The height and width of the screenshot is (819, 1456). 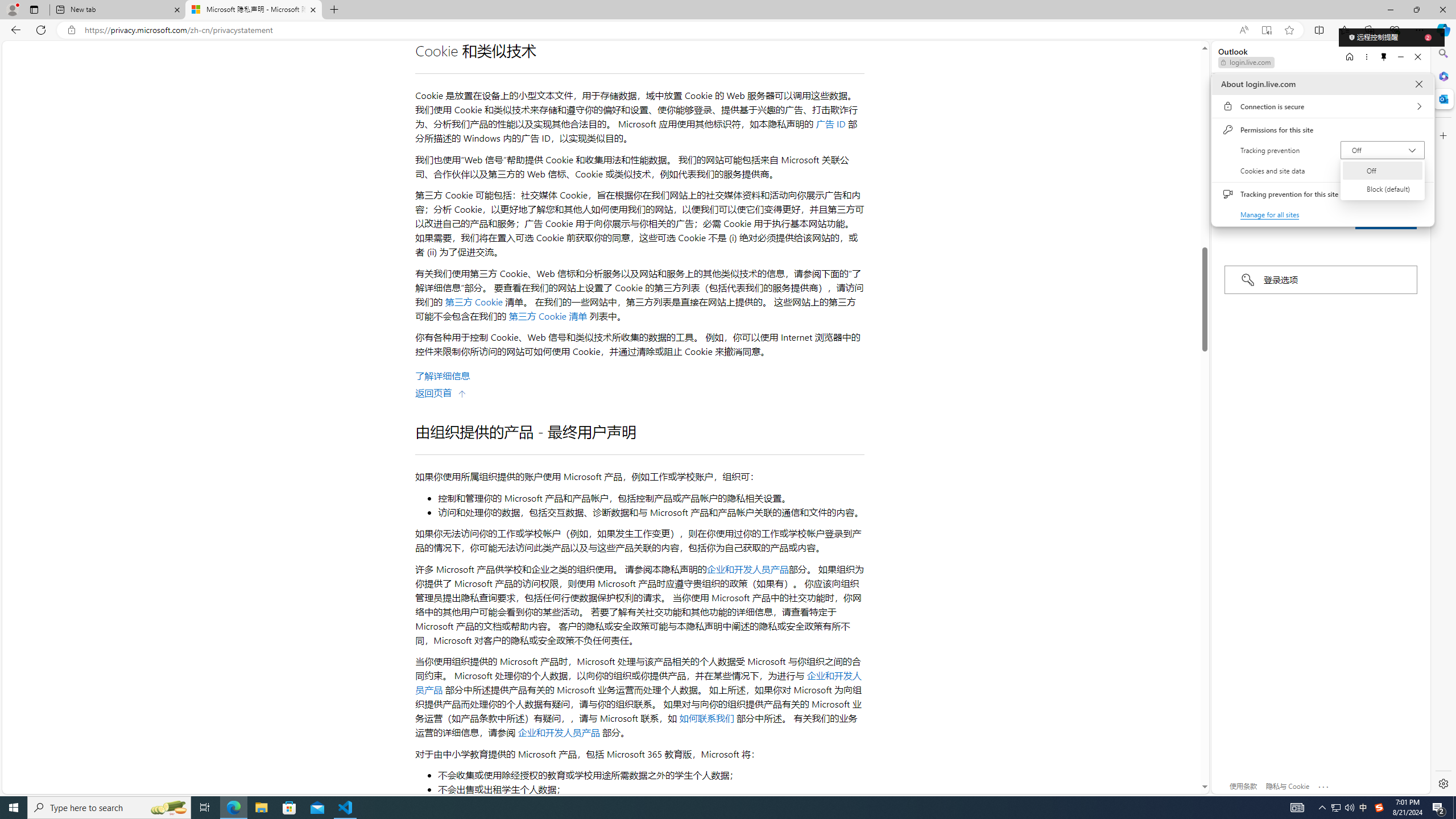 What do you see at coordinates (204, 806) in the screenshot?
I see `'Task View'` at bounding box center [204, 806].